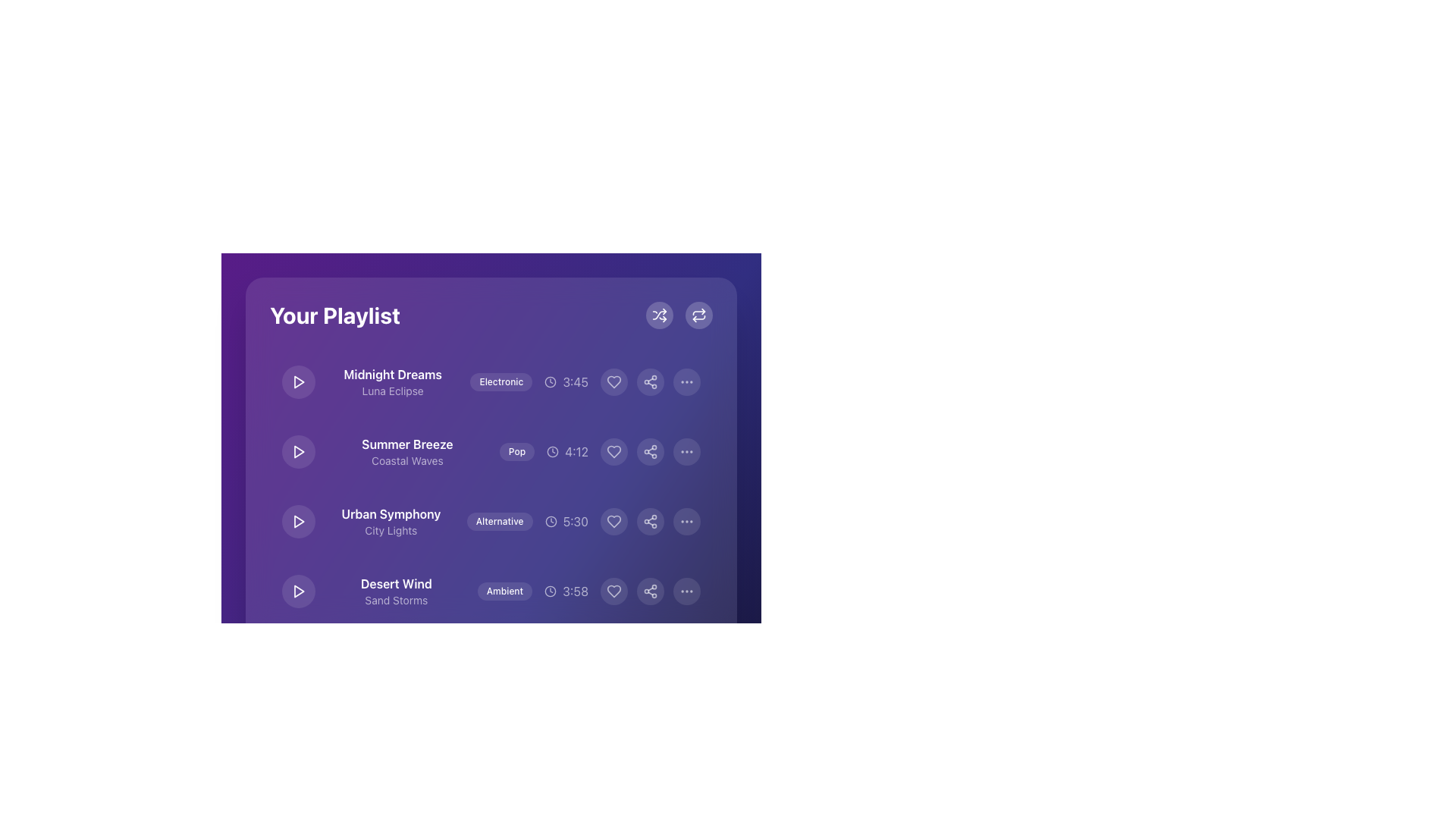  Describe the element at coordinates (383, 728) in the screenshot. I see `the rounded rectangular button with a white chevron pointing to the left` at that location.